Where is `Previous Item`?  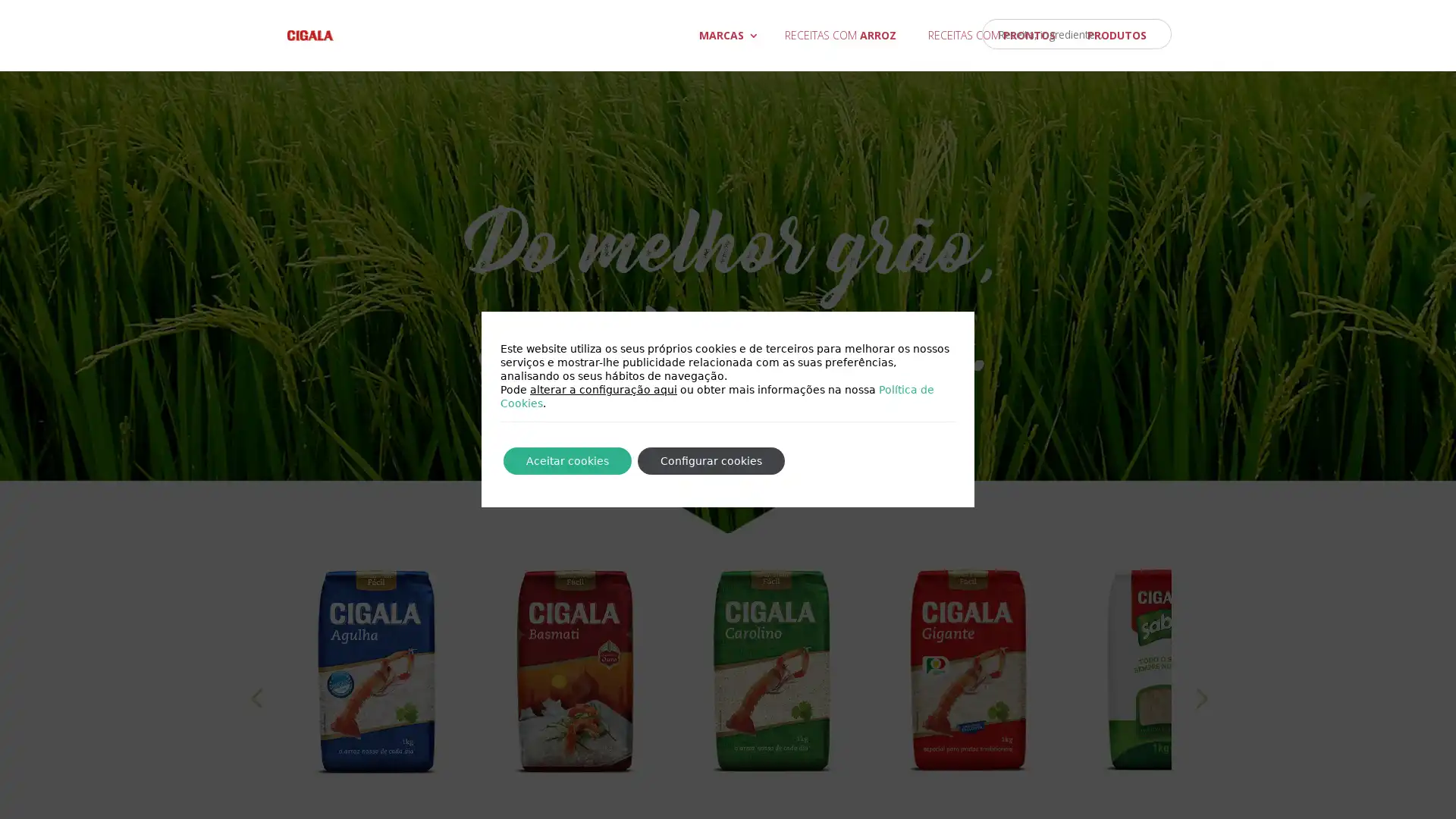
Previous Item is located at coordinates (1199, 716).